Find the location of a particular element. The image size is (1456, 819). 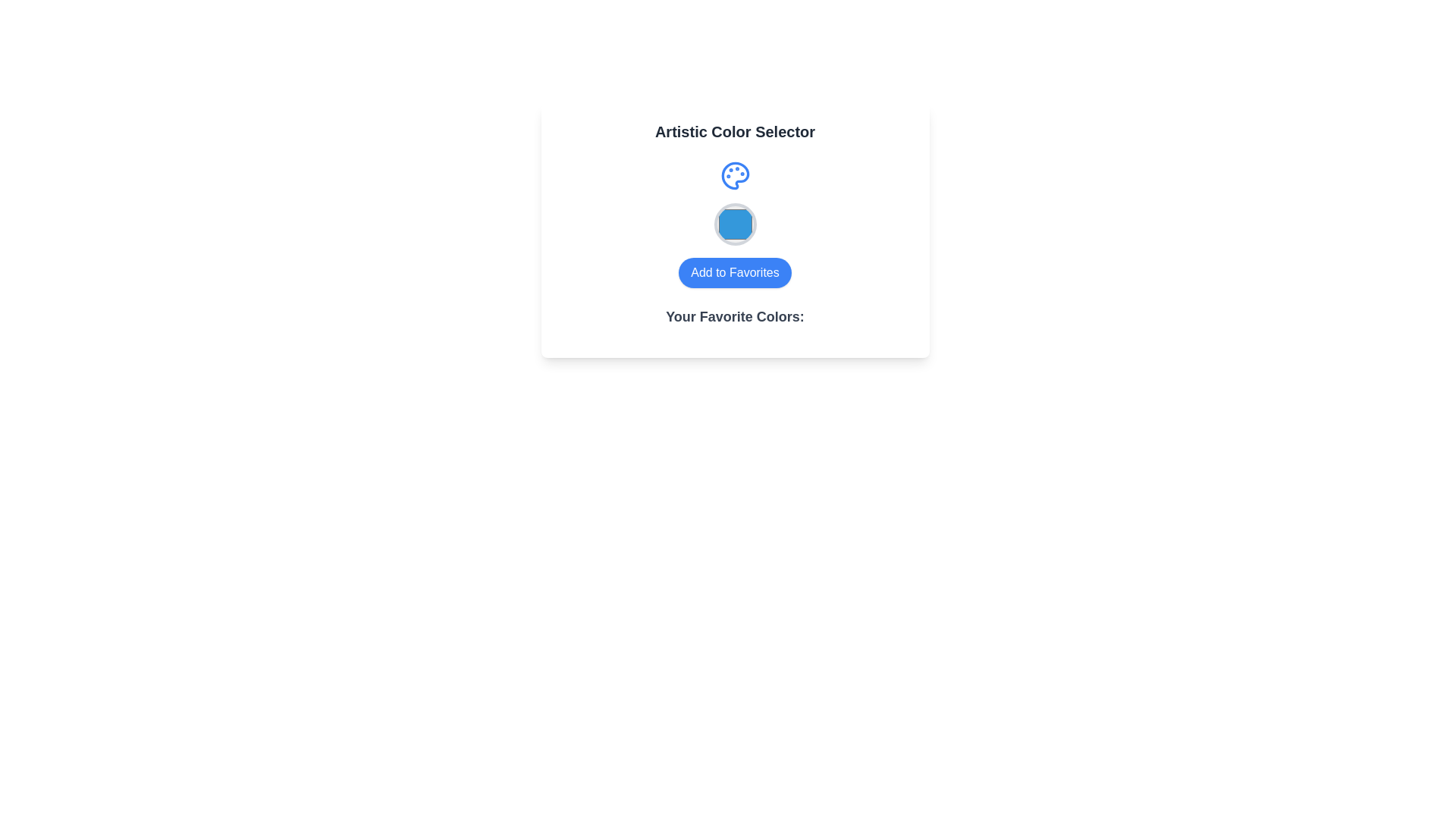

text label located at the bottom of the UI card, which serves as a header for the color selection section, positioned directly underneath the 'Add to Favorites' button is located at coordinates (735, 322).